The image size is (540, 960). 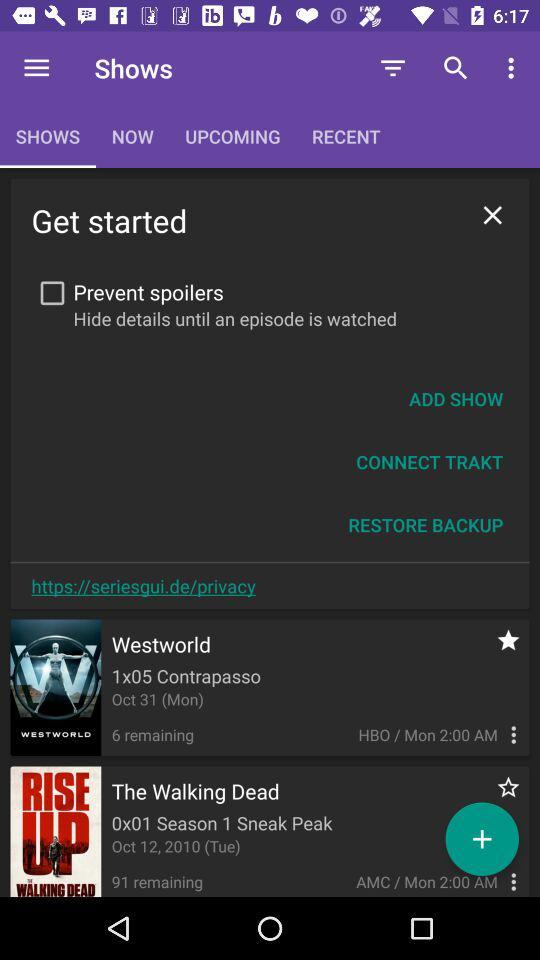 I want to click on the item to the right of upcoming, so click(x=393, y=68).